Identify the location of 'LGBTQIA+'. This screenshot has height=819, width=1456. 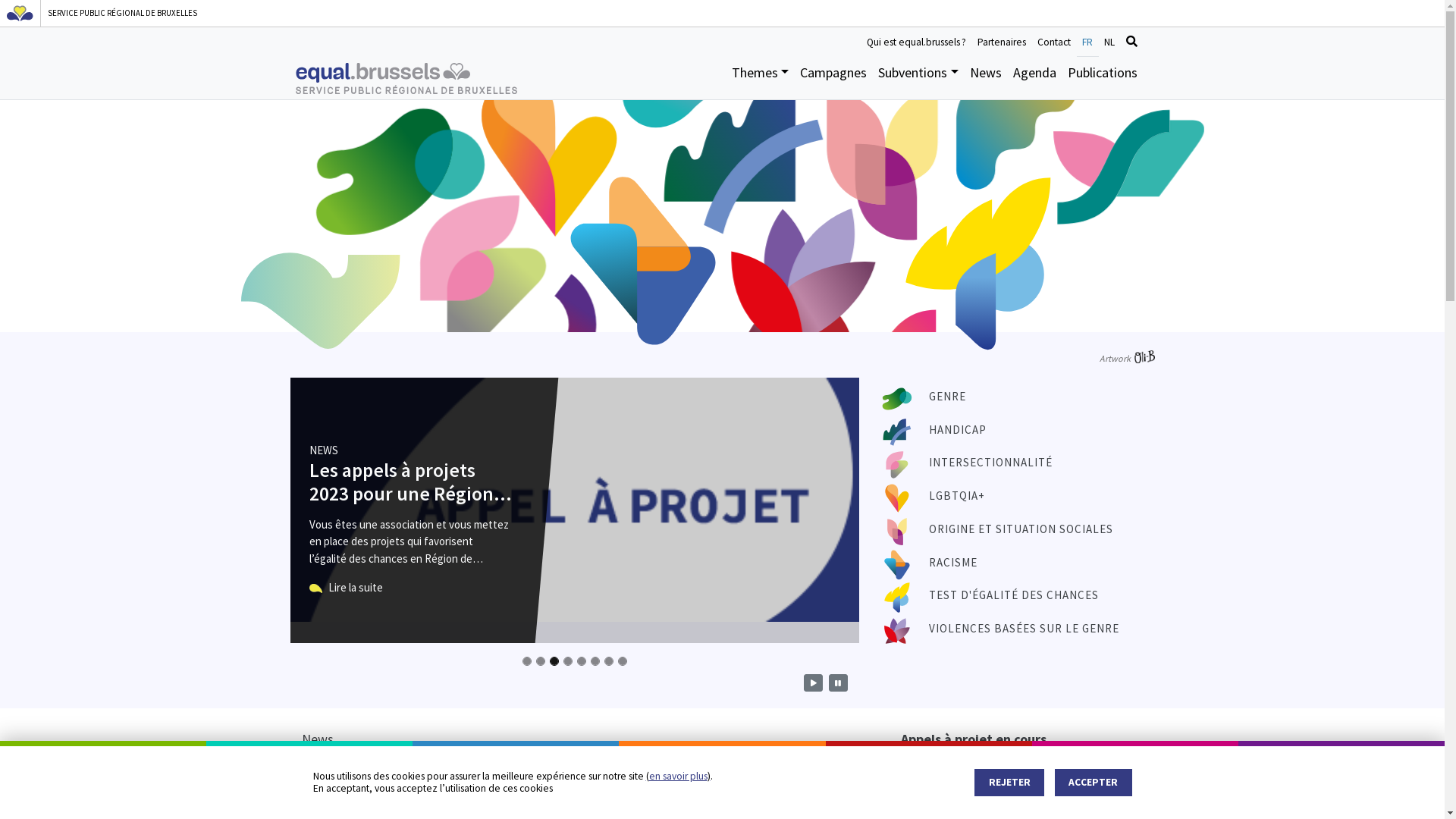
(956, 495).